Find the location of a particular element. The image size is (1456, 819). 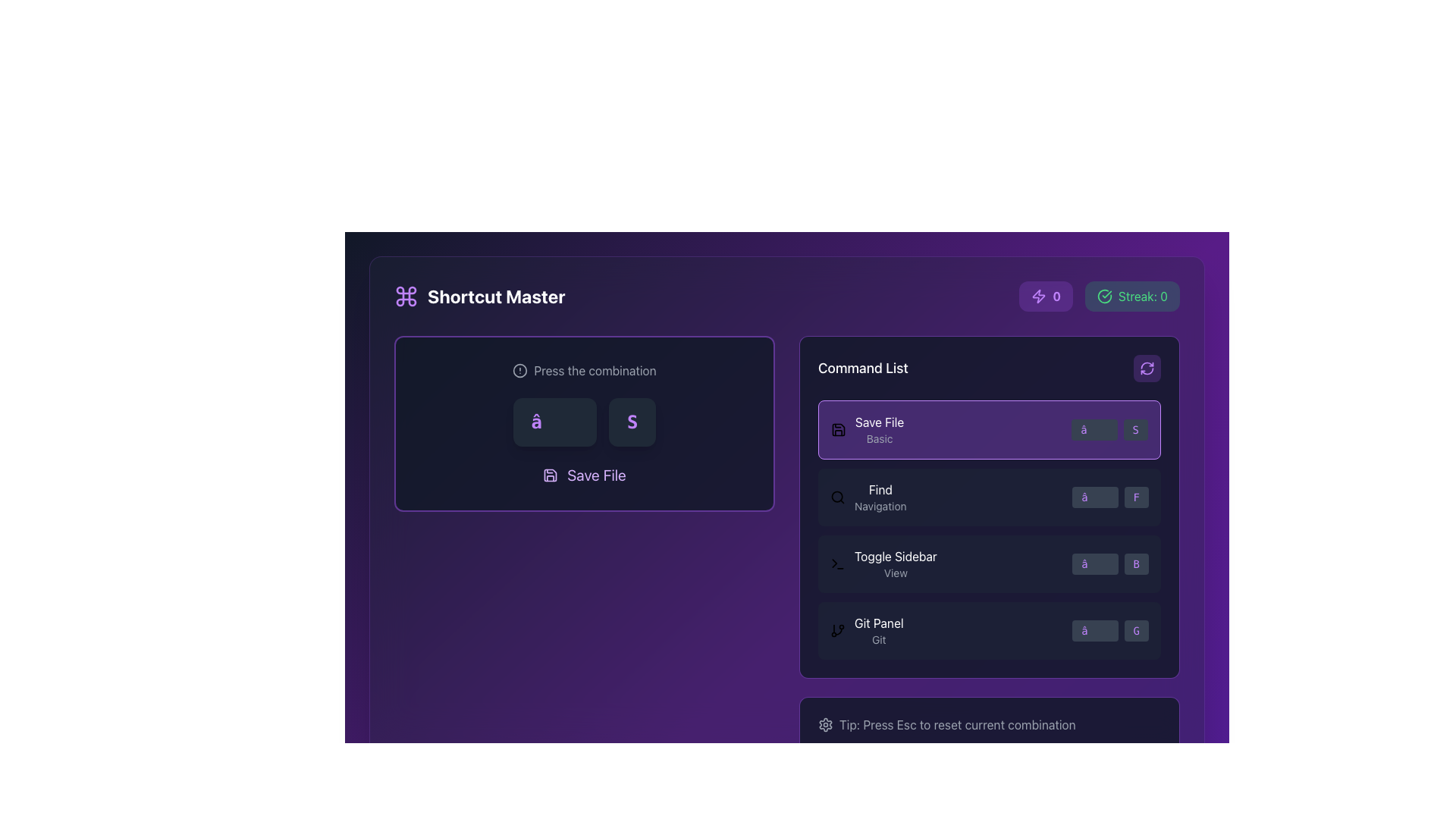

the text label that provides a description for the 'Git Panel' command, located in the bottom-left area of the command list component, underneath the 'Git Panel' label is located at coordinates (879, 640).